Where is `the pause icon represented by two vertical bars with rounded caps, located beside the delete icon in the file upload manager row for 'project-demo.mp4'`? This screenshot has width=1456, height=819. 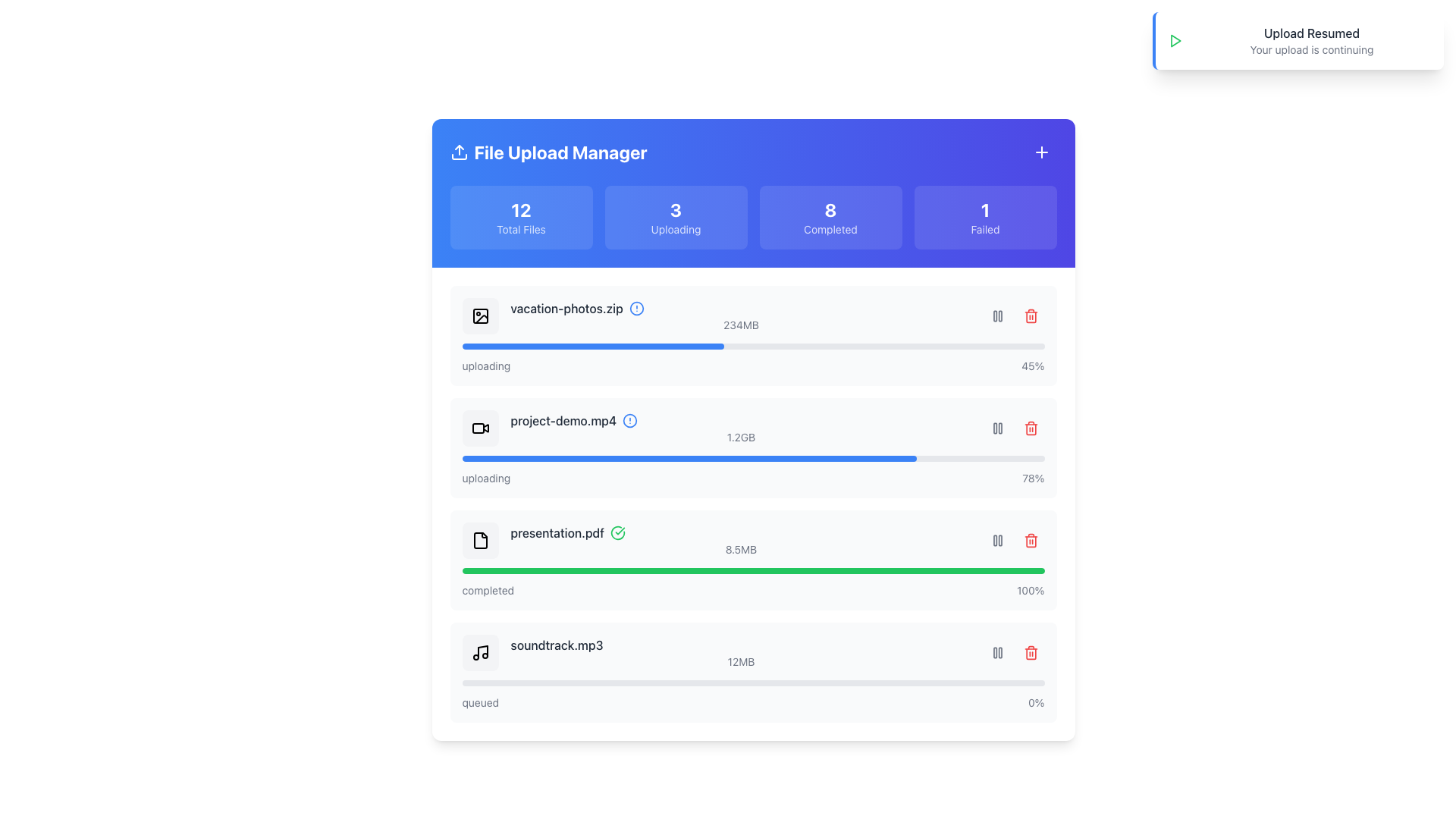
the pause icon represented by two vertical bars with rounded caps, located beside the delete icon in the file upload manager row for 'project-demo.mp4' is located at coordinates (997, 428).